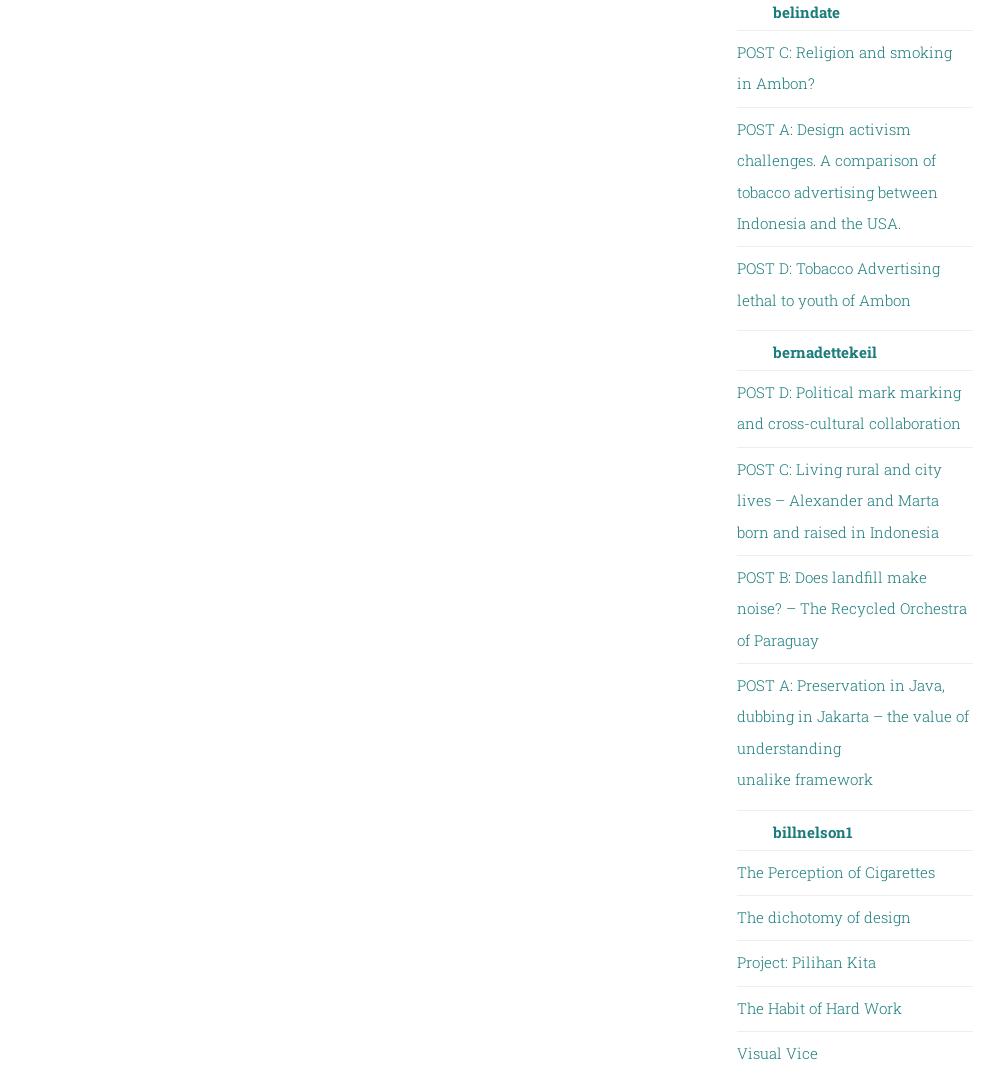 This screenshot has height=1078, width=1000. I want to click on 'billnelson1', so click(812, 831).